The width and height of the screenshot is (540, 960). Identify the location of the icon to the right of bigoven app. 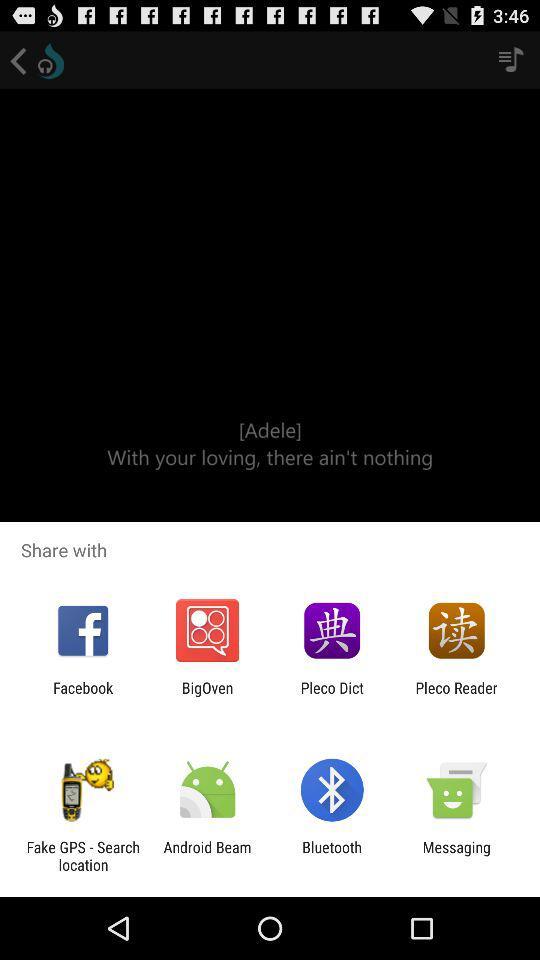
(332, 696).